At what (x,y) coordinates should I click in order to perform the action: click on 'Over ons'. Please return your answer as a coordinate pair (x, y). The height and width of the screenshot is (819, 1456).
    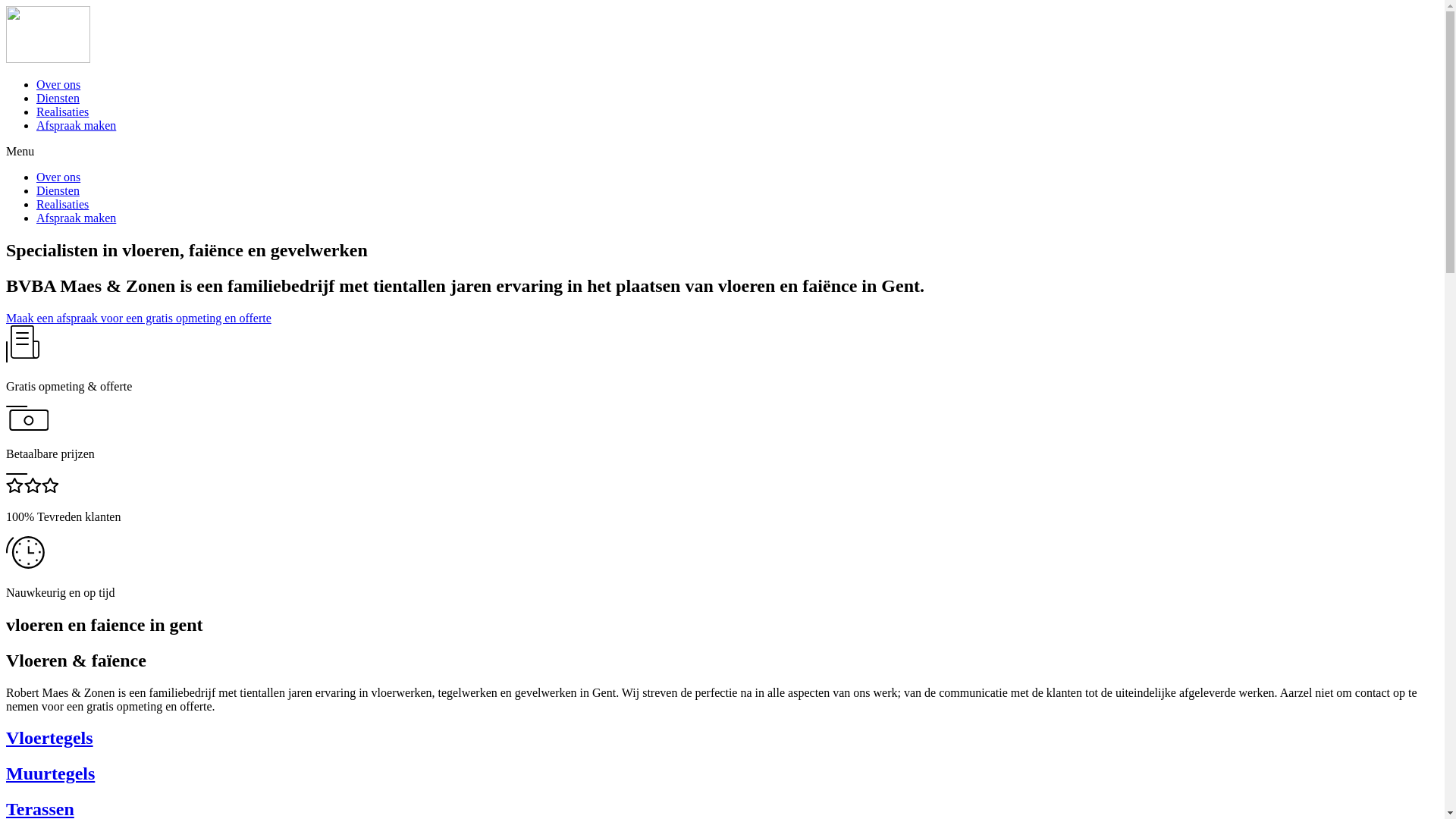
    Looking at the image, I should click on (58, 176).